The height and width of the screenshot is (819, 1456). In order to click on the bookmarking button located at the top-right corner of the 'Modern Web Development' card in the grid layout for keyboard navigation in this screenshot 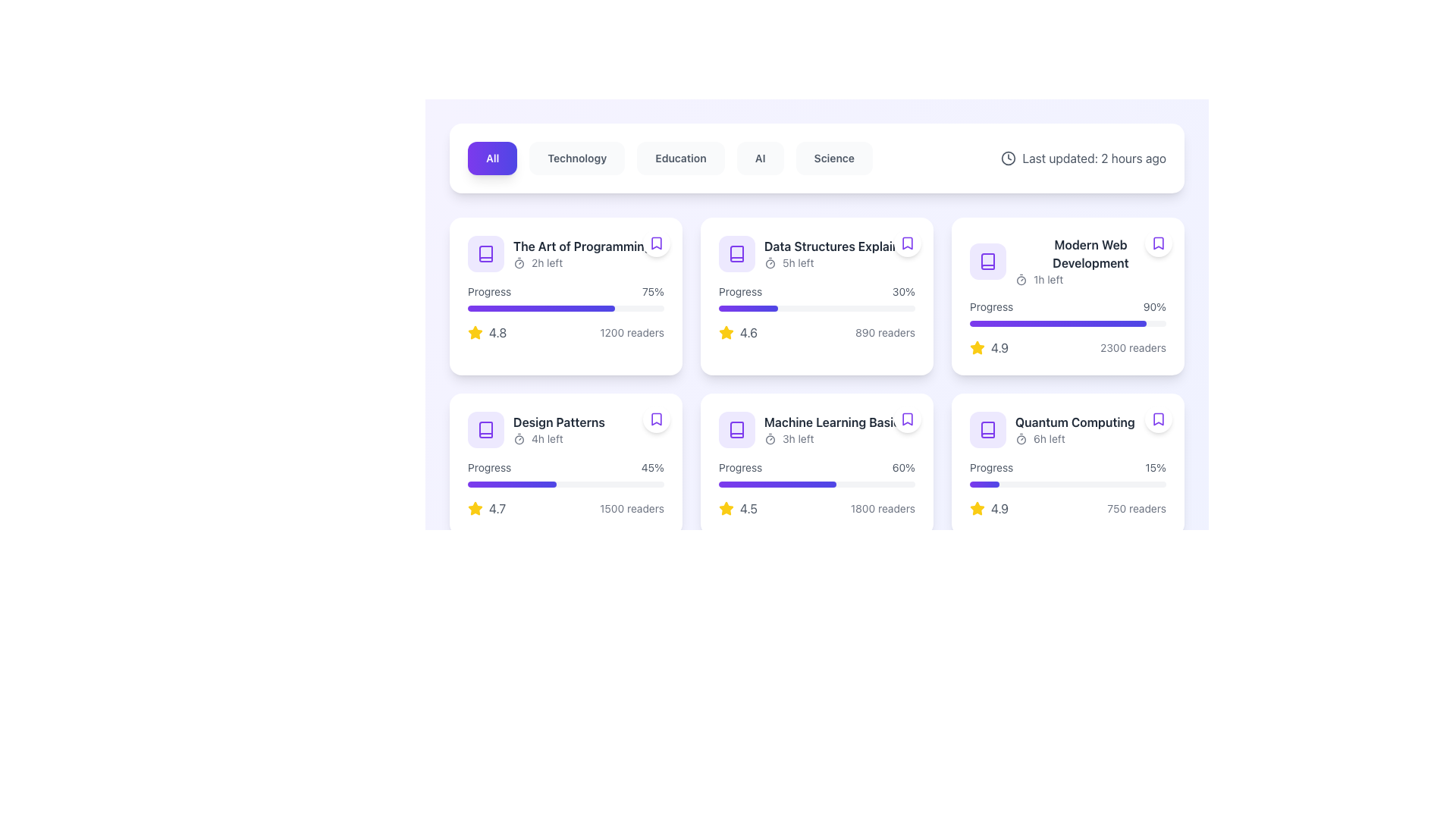, I will do `click(1157, 242)`.